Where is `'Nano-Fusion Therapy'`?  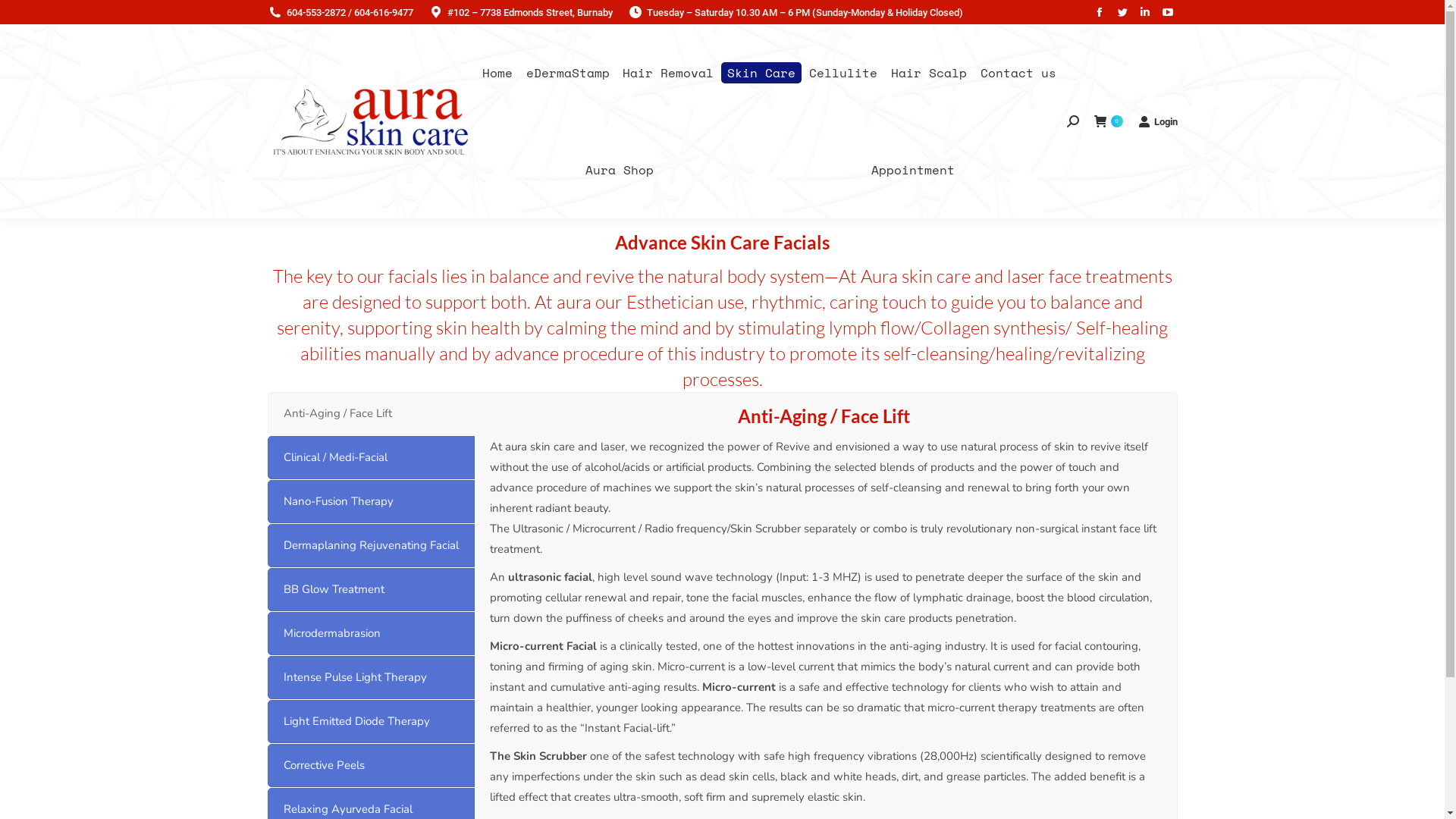
'Nano-Fusion Therapy' is located at coordinates (370, 501).